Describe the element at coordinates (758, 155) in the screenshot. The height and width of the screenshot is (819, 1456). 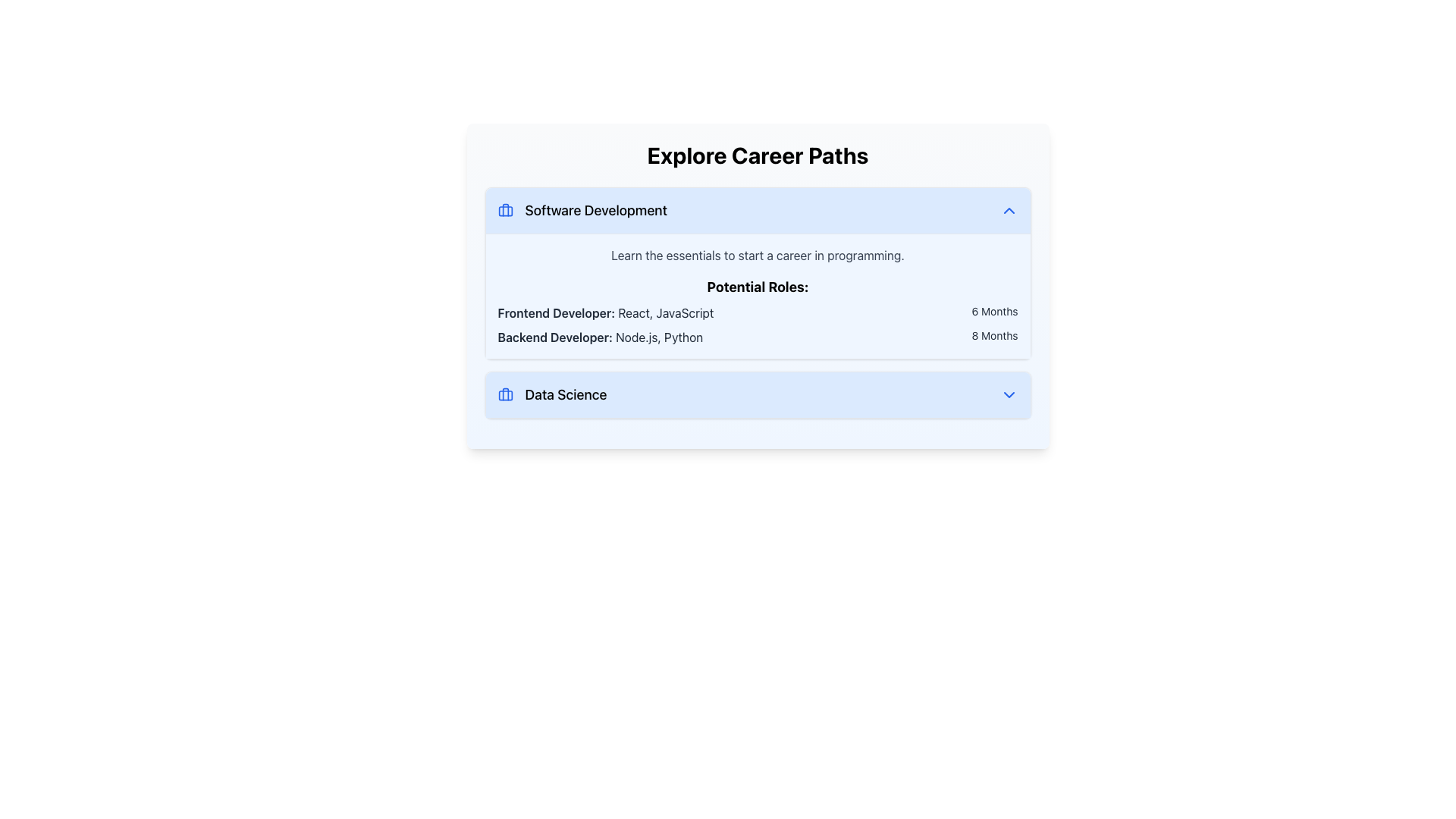
I see `header text that introduces the user to the section dedicated to exploring career paths, positioned at the top center of the interface layout` at that location.